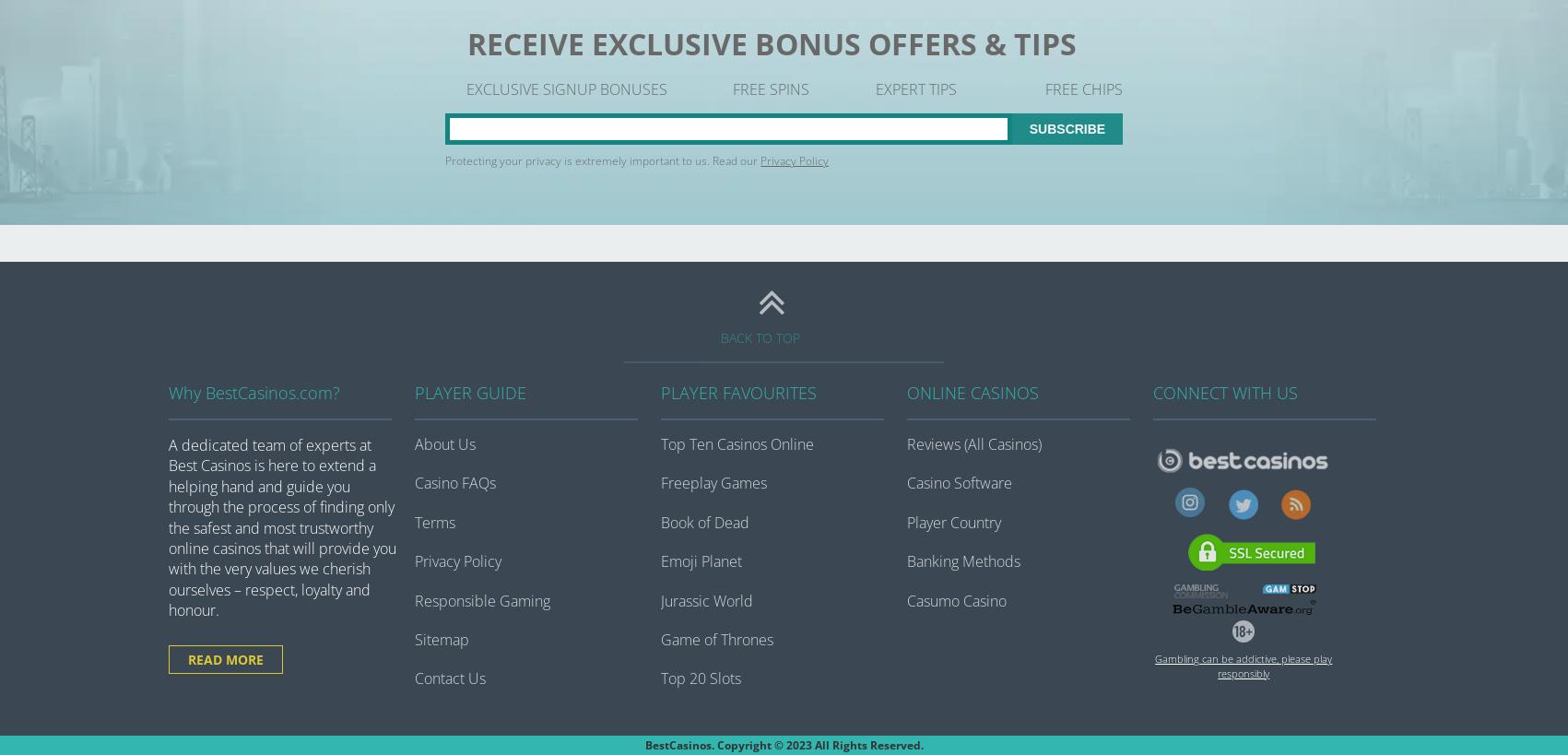 The height and width of the screenshot is (755, 1568). I want to click on 'Book of Dead', so click(703, 522).